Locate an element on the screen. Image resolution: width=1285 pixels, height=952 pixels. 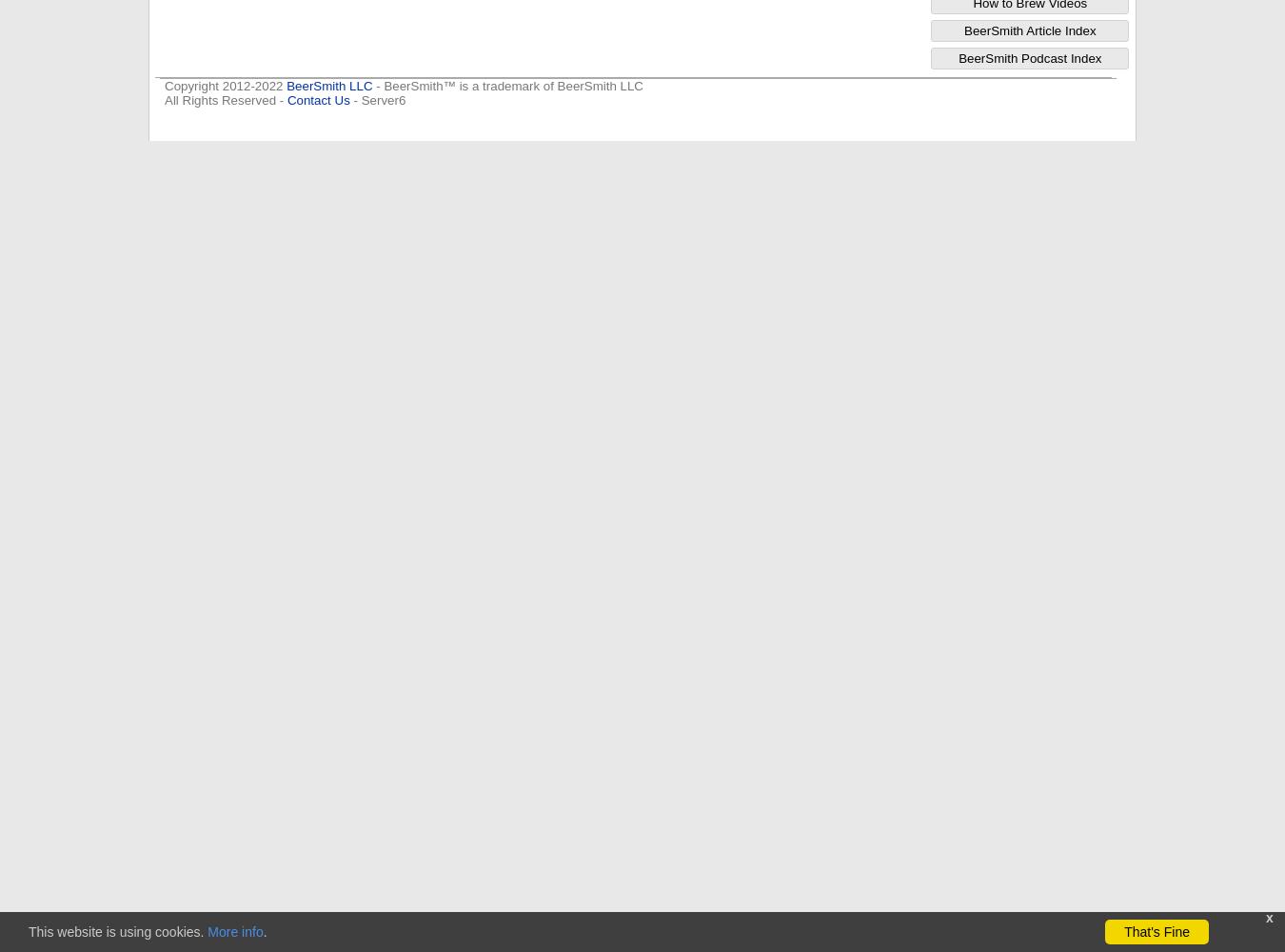
'This website is using cookies.' is located at coordinates (27, 931).